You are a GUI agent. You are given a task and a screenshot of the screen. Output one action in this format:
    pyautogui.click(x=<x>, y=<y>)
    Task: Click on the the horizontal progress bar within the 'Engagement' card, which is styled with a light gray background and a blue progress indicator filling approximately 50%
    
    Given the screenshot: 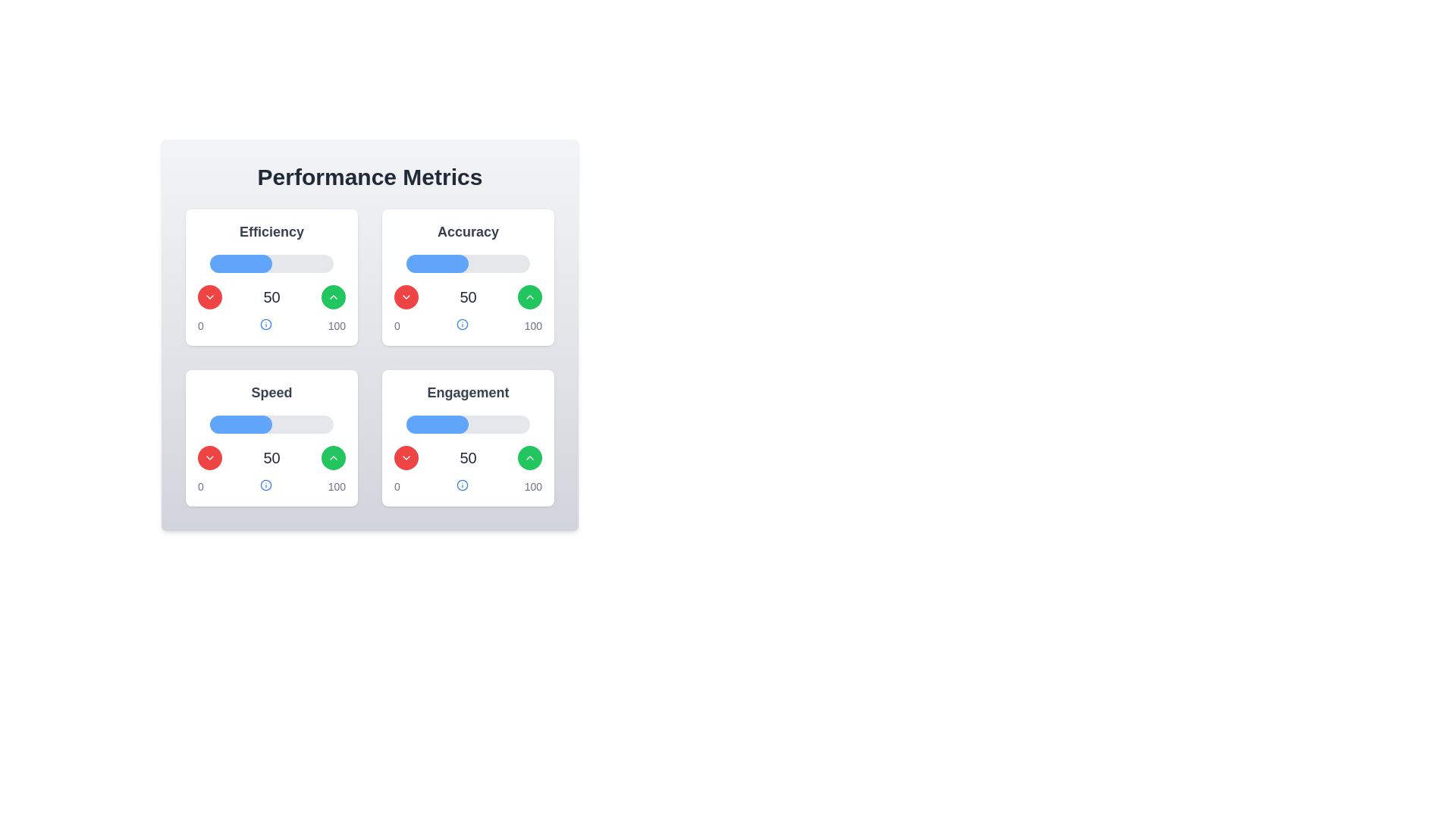 What is the action you would take?
    pyautogui.click(x=467, y=424)
    